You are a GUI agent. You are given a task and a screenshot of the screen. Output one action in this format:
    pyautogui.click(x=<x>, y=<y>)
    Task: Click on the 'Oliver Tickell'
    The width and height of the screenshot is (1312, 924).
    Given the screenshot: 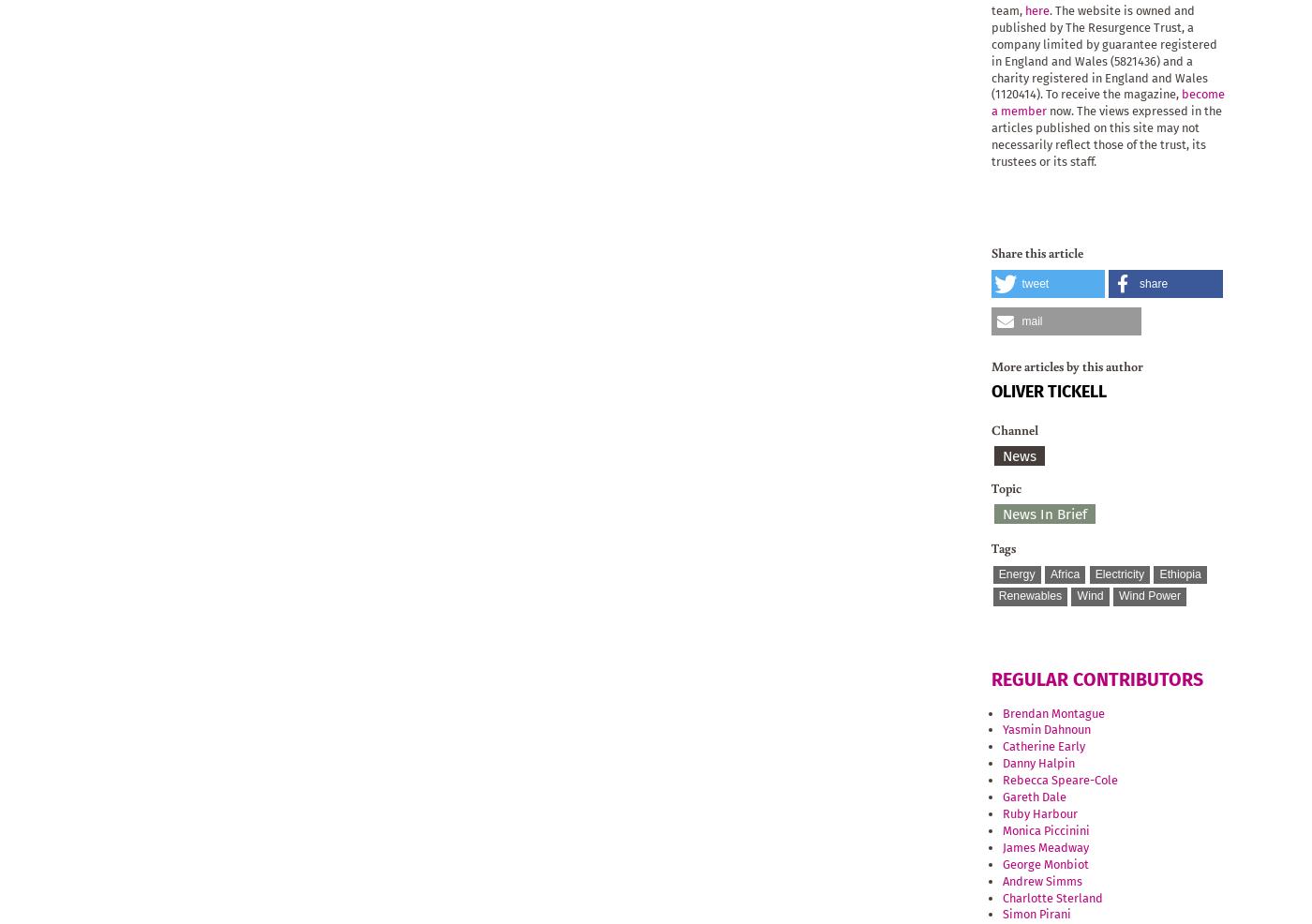 What is the action you would take?
    pyautogui.click(x=1048, y=391)
    